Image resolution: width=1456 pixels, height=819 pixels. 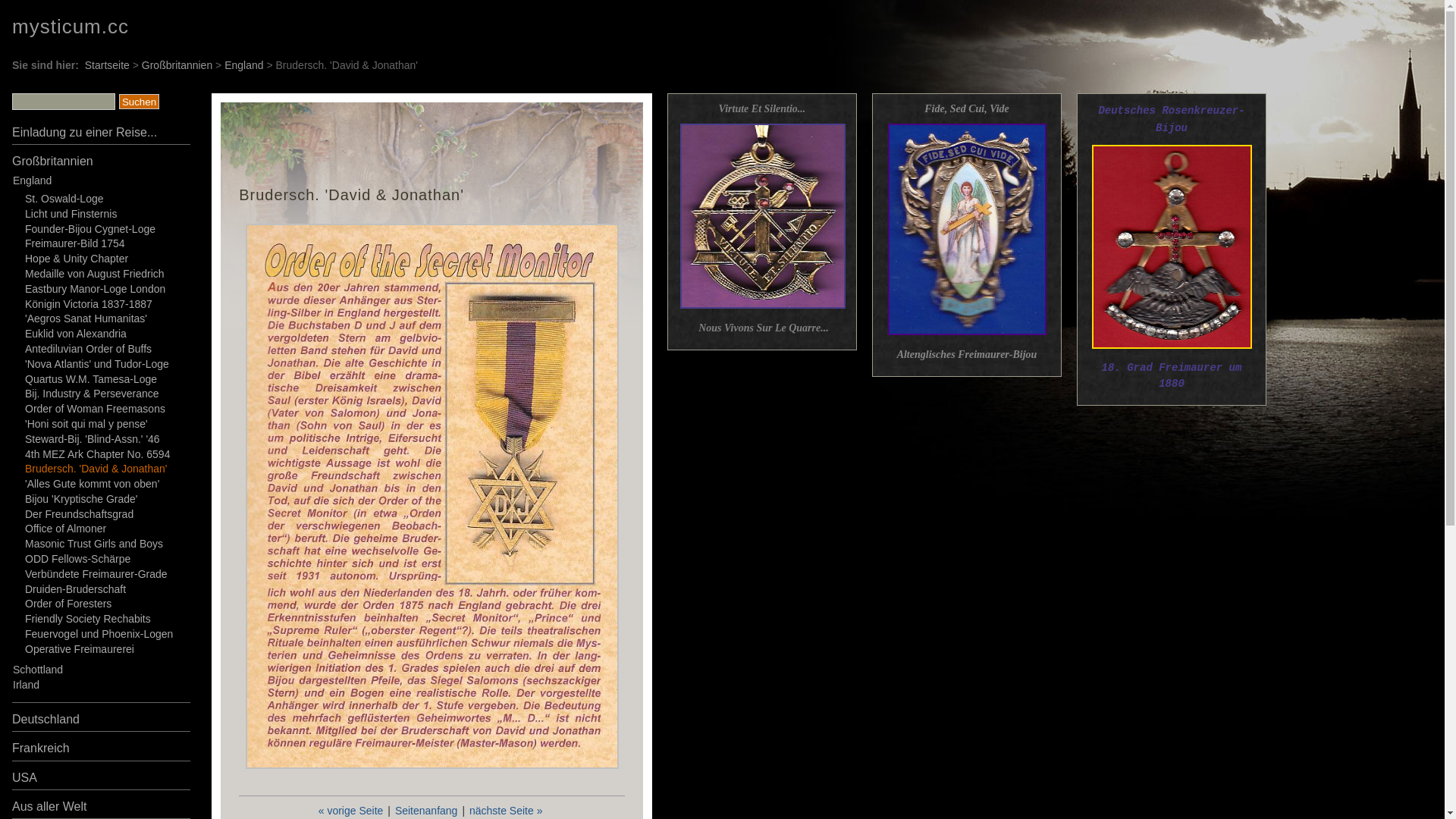 I want to click on 'Operative Freimaurerei', so click(x=79, y=648).